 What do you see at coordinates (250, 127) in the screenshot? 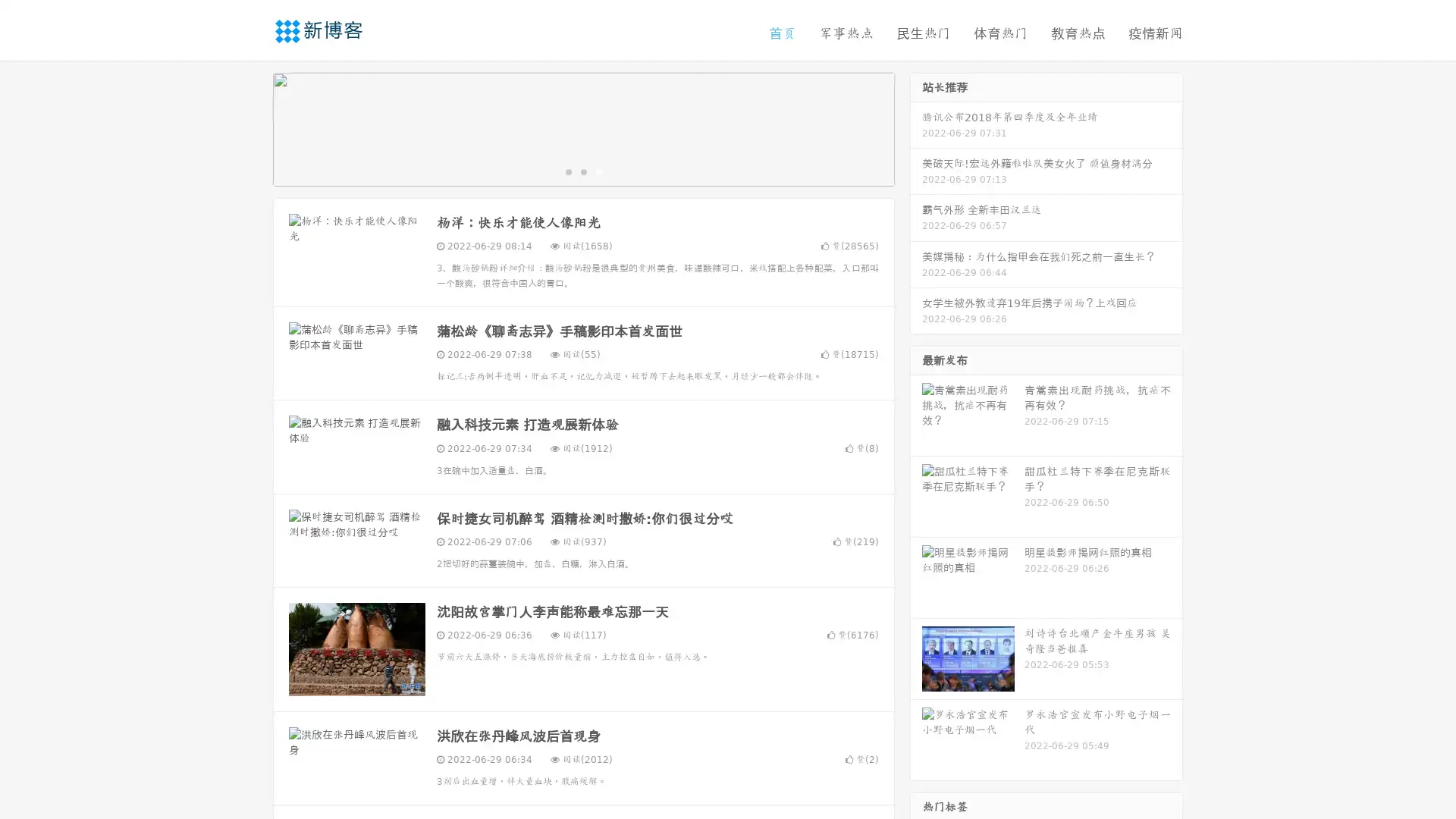
I see `Previous slide` at bounding box center [250, 127].